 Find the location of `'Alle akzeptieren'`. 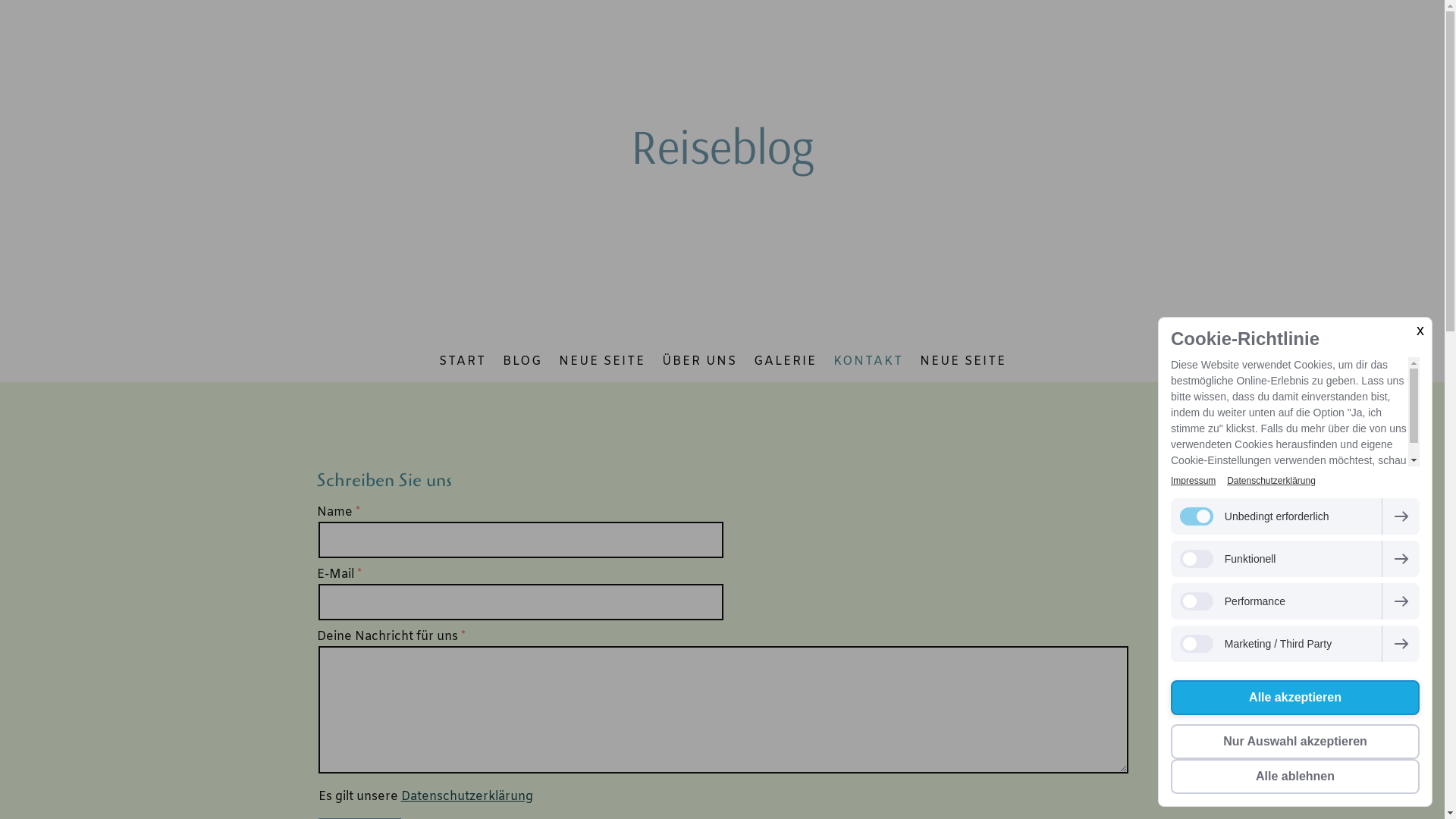

'Alle akzeptieren' is located at coordinates (1294, 698).